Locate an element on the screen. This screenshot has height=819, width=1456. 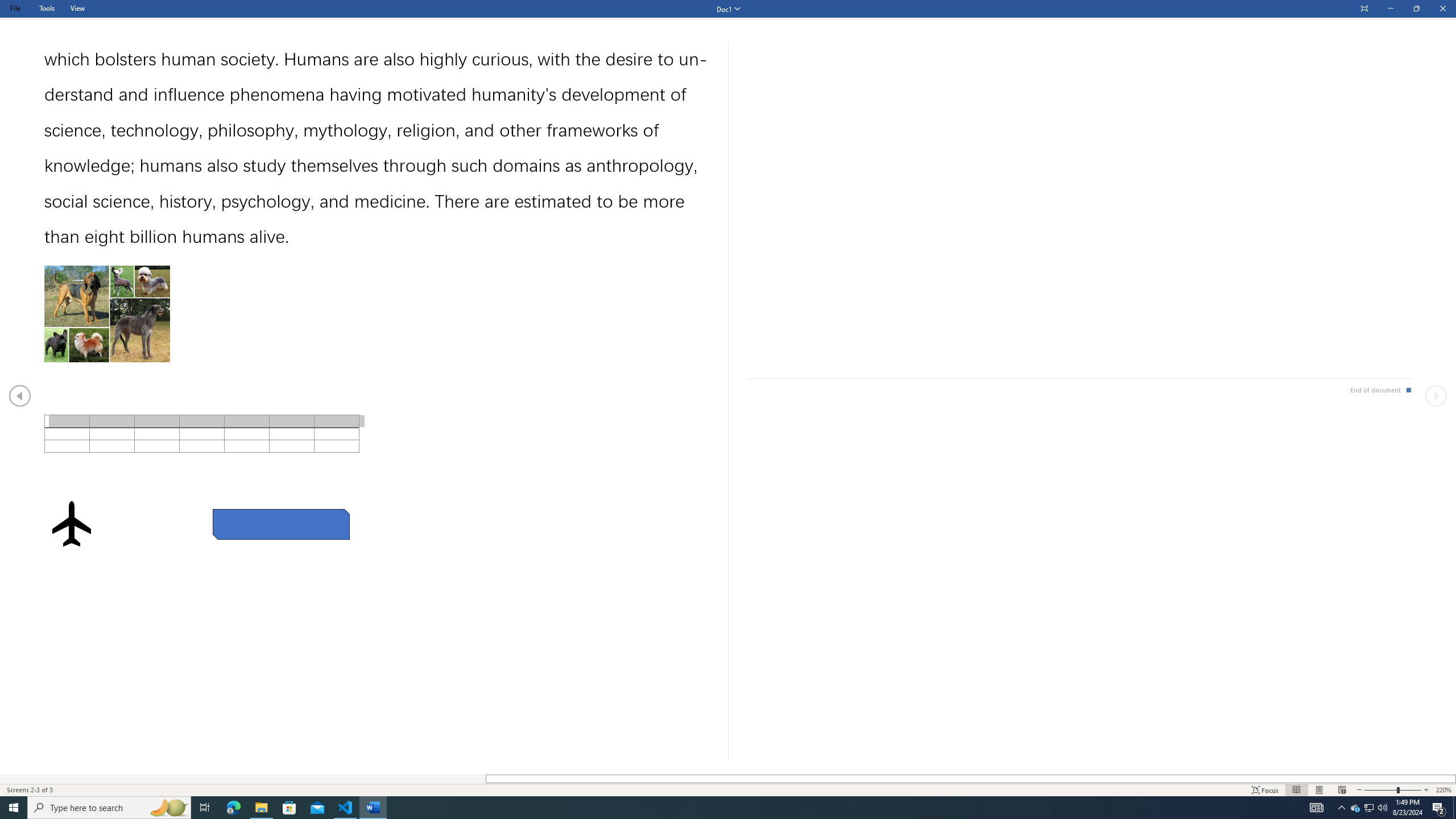
'Tools' is located at coordinates (46, 8).